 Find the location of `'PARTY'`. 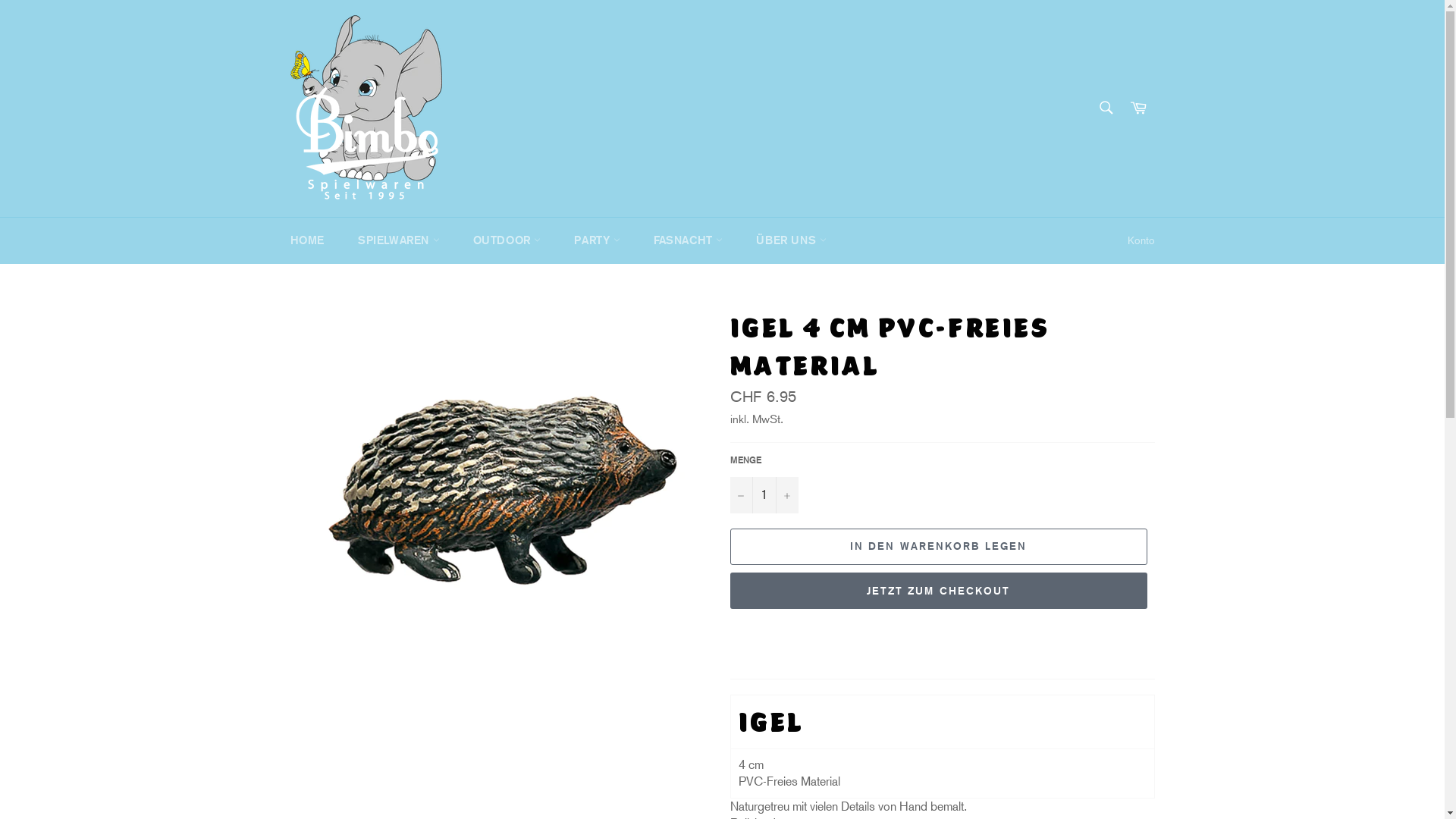

'PARTY' is located at coordinates (596, 240).